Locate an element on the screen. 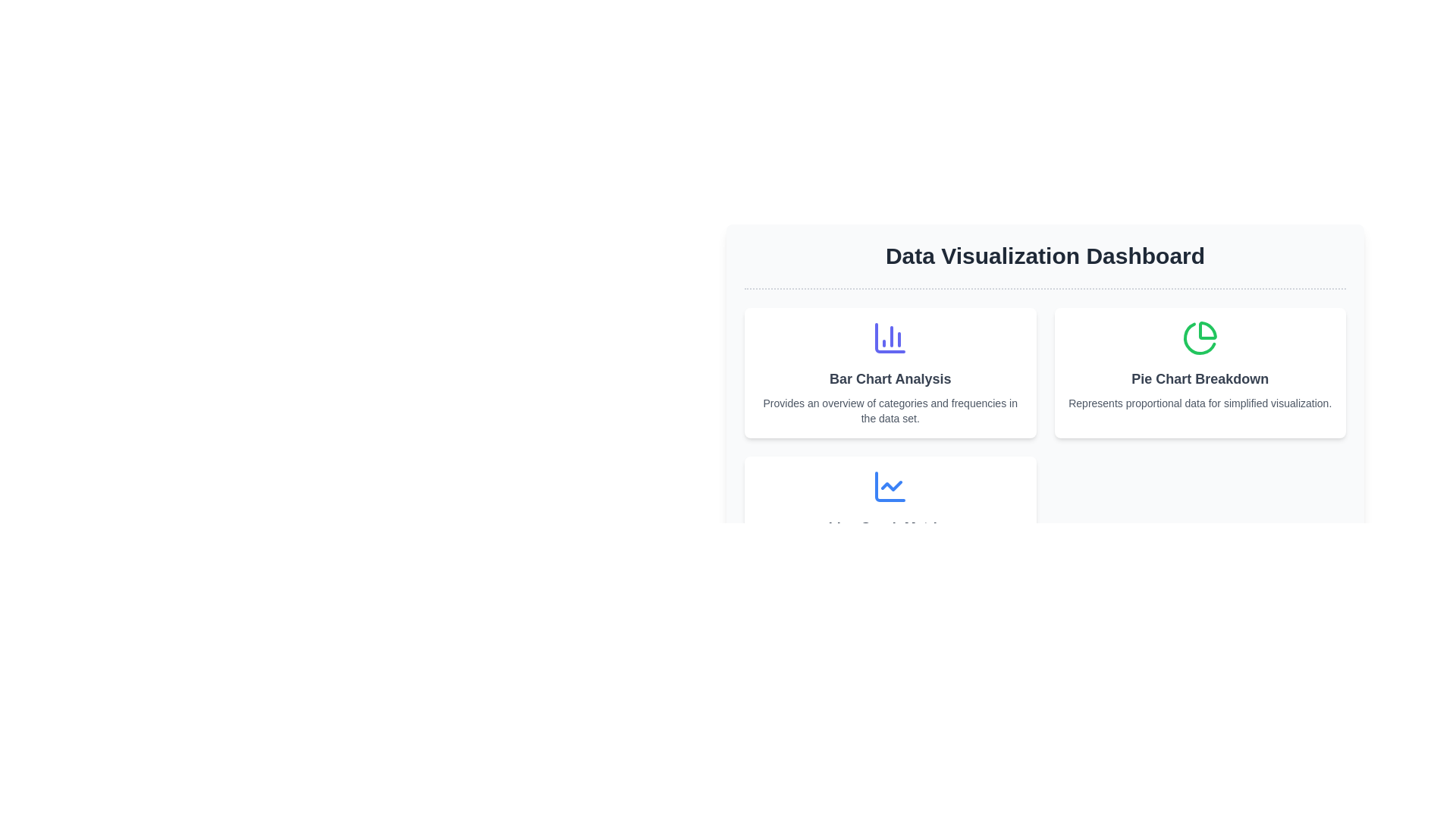  the line graph icon styled in blue, which is centered within a white card containing the title 'Line Graph Metrics' and description below it is located at coordinates (890, 486).